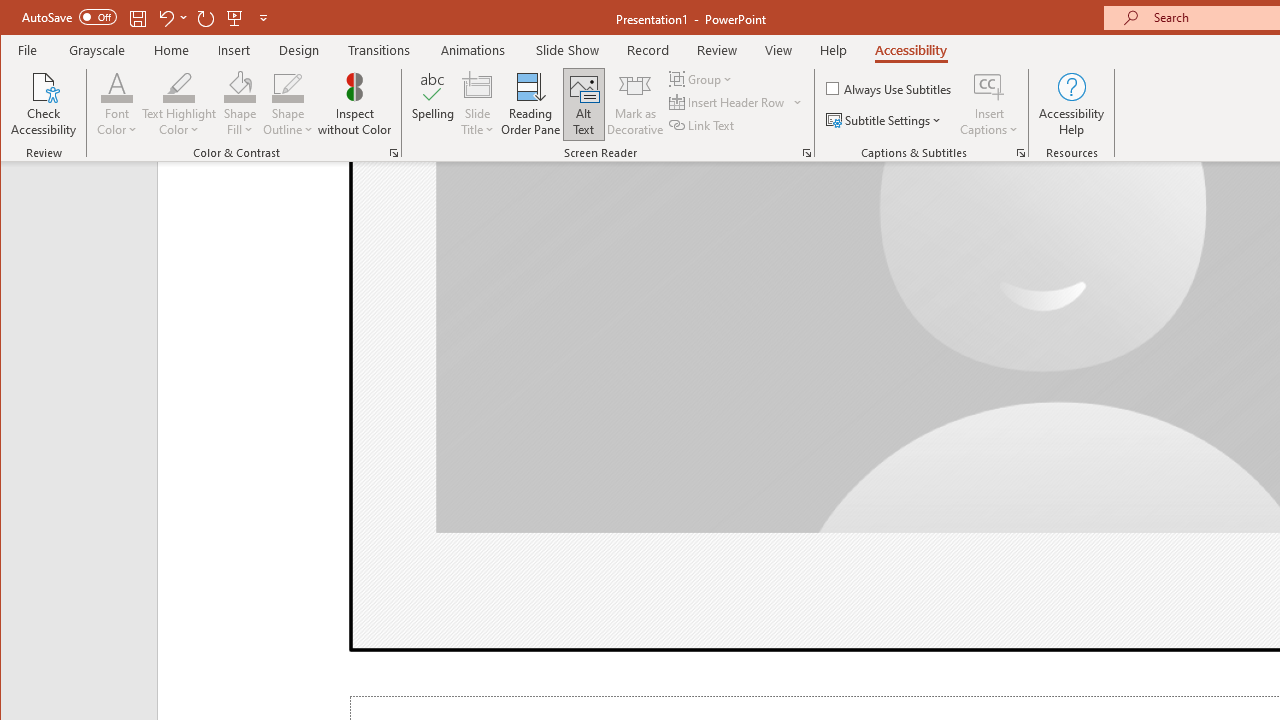 The height and width of the screenshot is (720, 1280). I want to click on 'Group', so click(702, 78).